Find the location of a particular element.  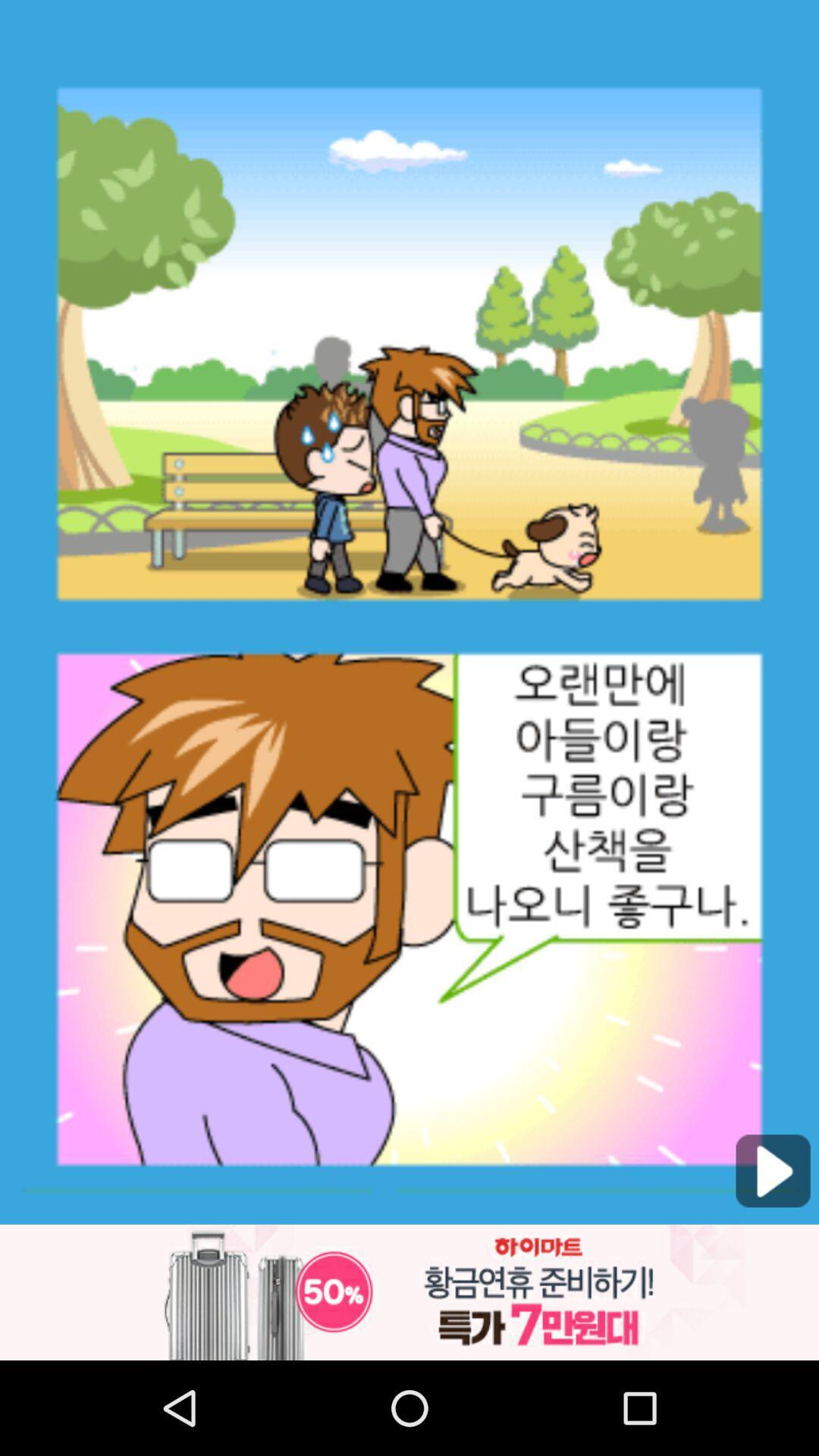

next button is located at coordinates (773, 1170).